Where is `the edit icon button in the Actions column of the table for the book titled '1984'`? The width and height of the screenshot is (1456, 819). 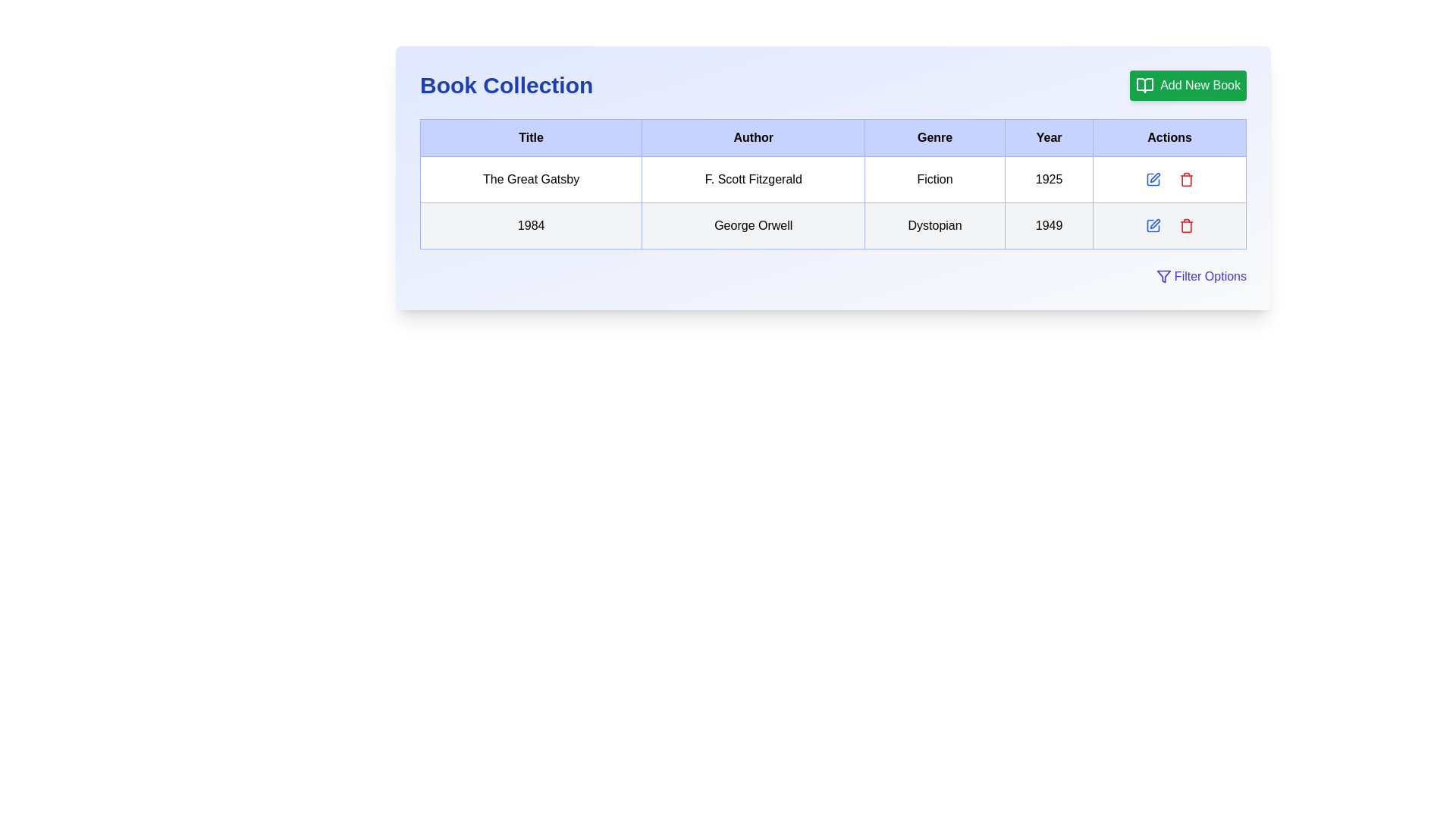 the edit icon button in the Actions column of the table for the book titled '1984' is located at coordinates (1153, 225).